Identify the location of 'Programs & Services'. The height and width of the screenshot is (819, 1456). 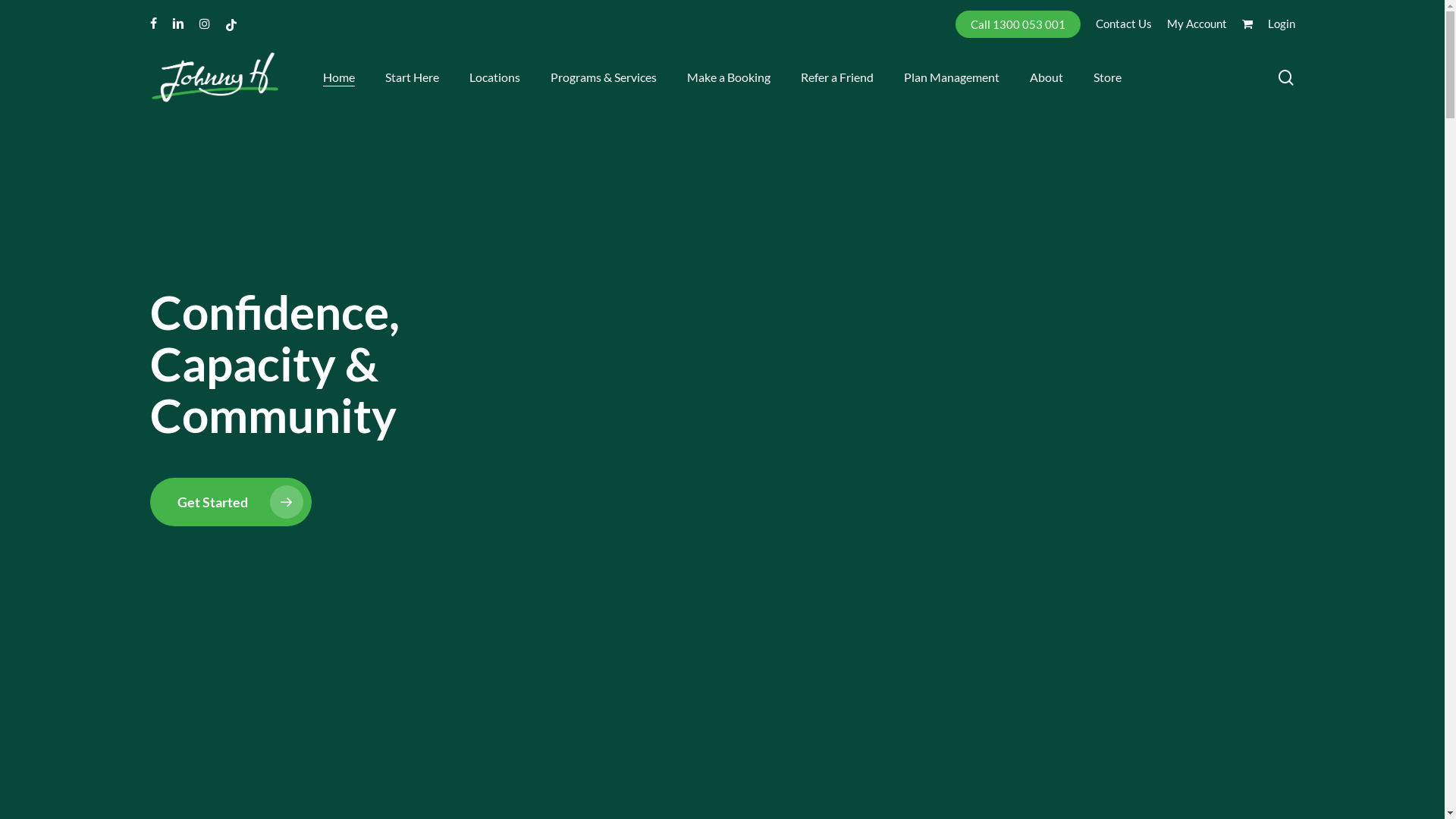
(603, 77).